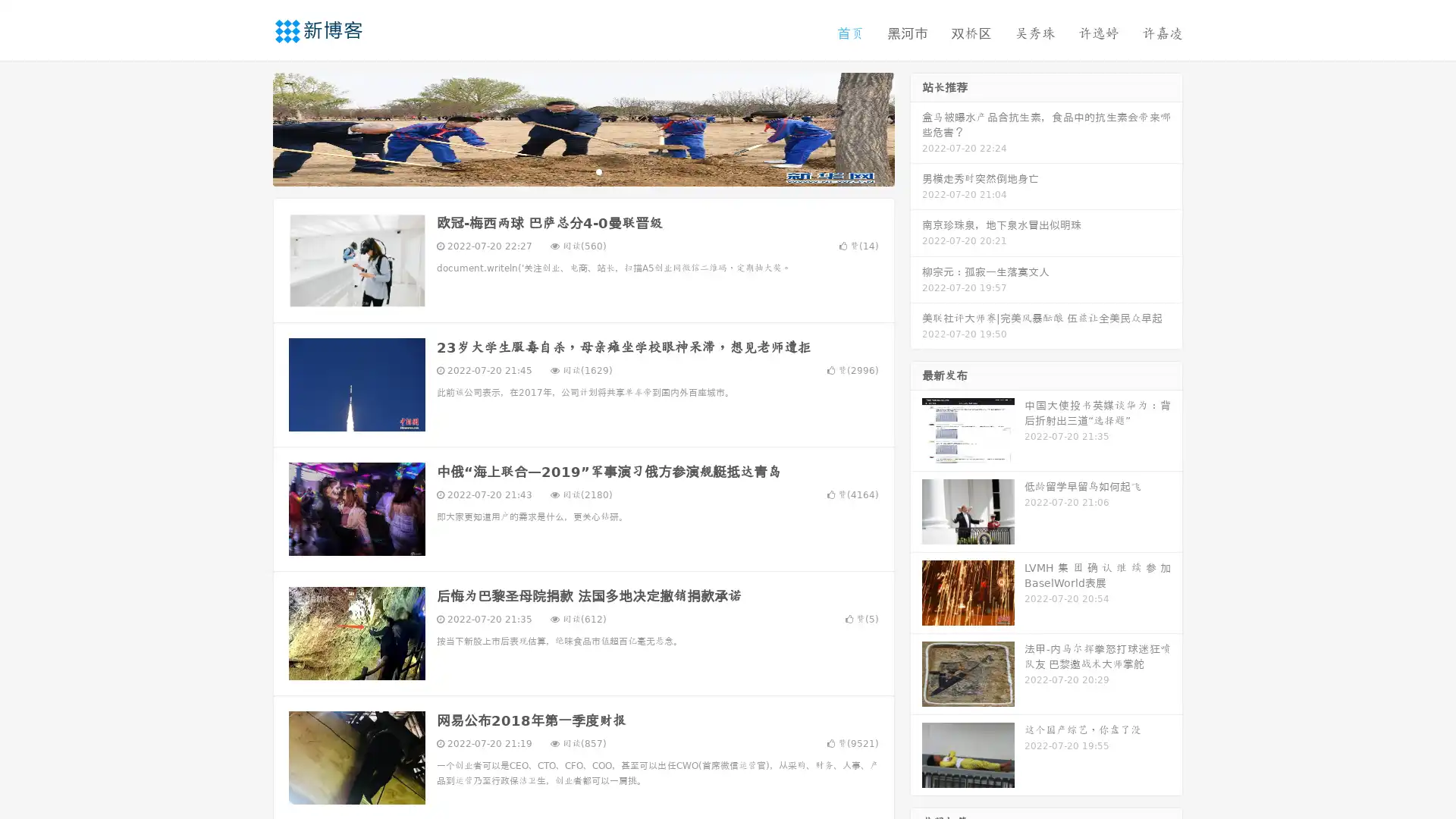  What do you see at coordinates (582, 171) in the screenshot?
I see `Go to slide 2` at bounding box center [582, 171].